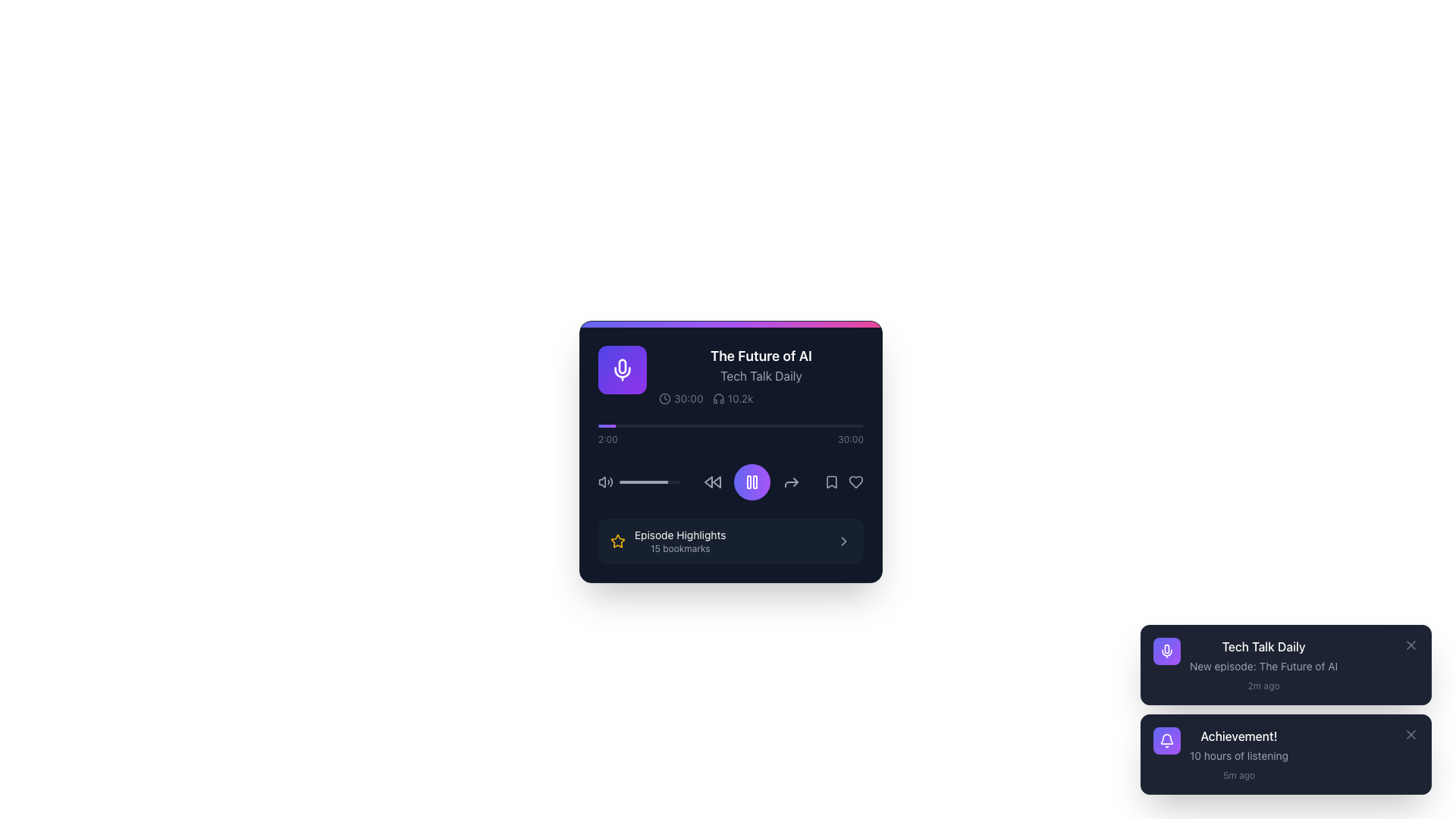 The width and height of the screenshot is (1456, 819). Describe the element at coordinates (620, 482) in the screenshot. I see `the volume` at that location.